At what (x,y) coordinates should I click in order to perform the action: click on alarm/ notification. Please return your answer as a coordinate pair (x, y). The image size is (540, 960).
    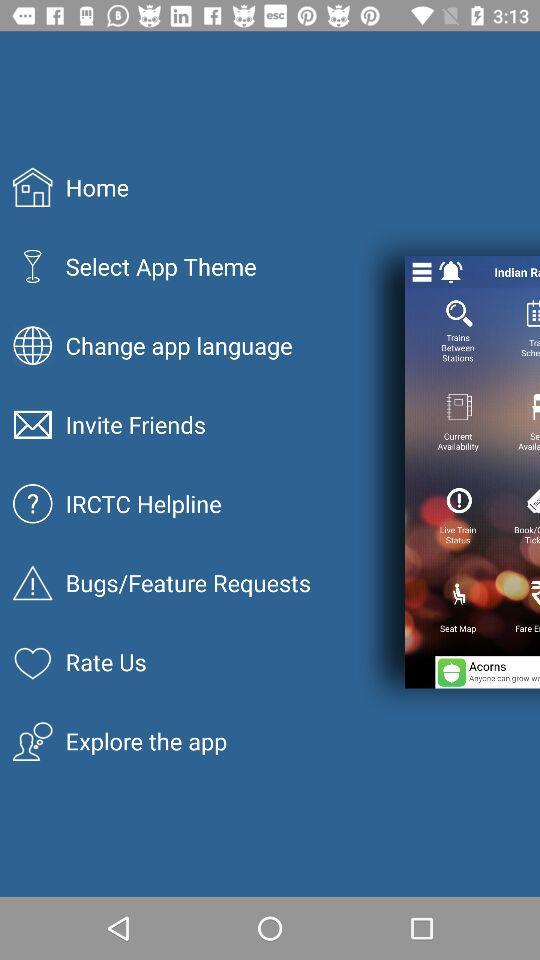
    Looking at the image, I should click on (451, 271).